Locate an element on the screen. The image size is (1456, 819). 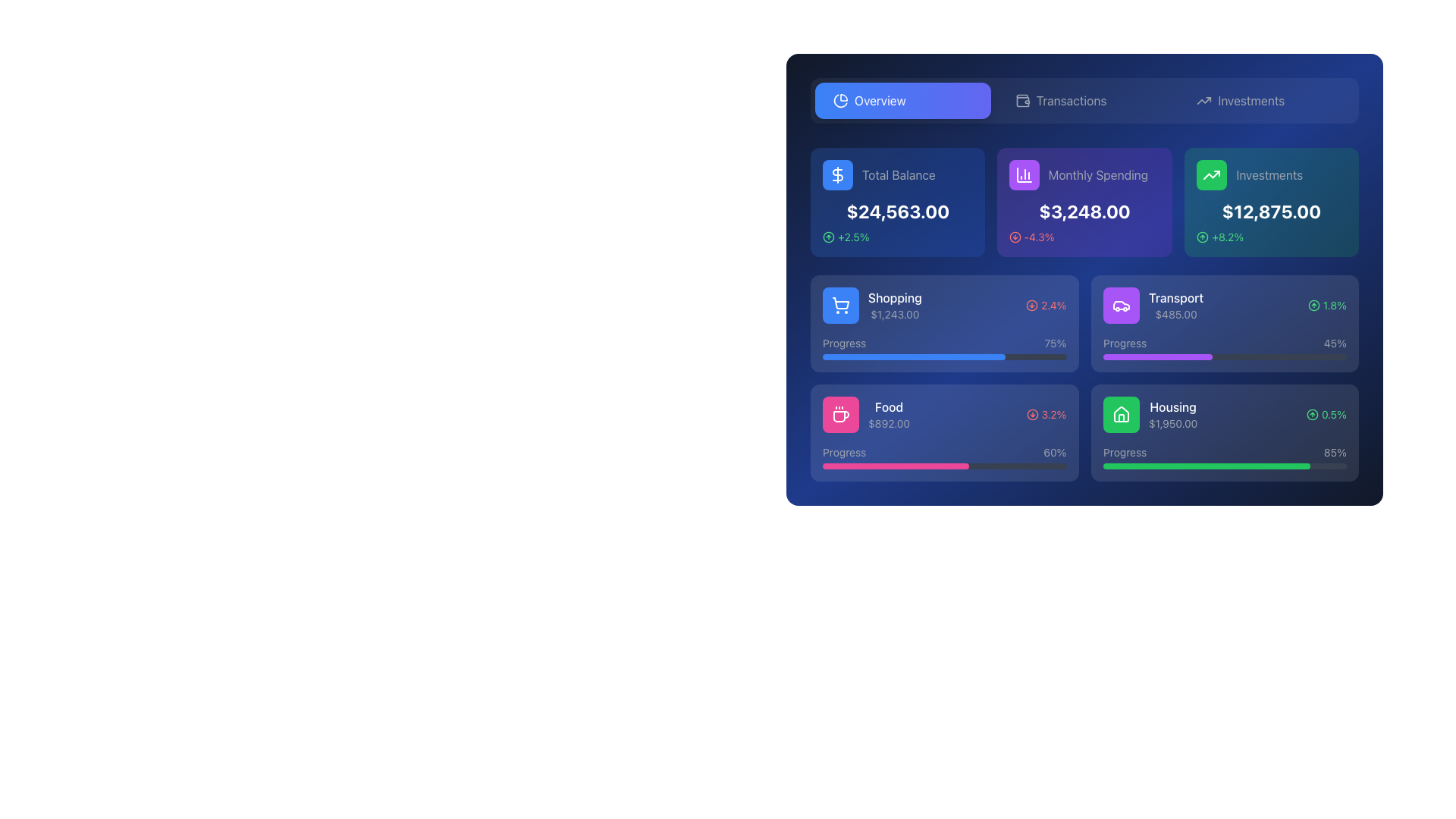
the Circular SVG graphical element that serves as a visual icon or indicator component, located towards the center-right of the interface is located at coordinates (1031, 415).